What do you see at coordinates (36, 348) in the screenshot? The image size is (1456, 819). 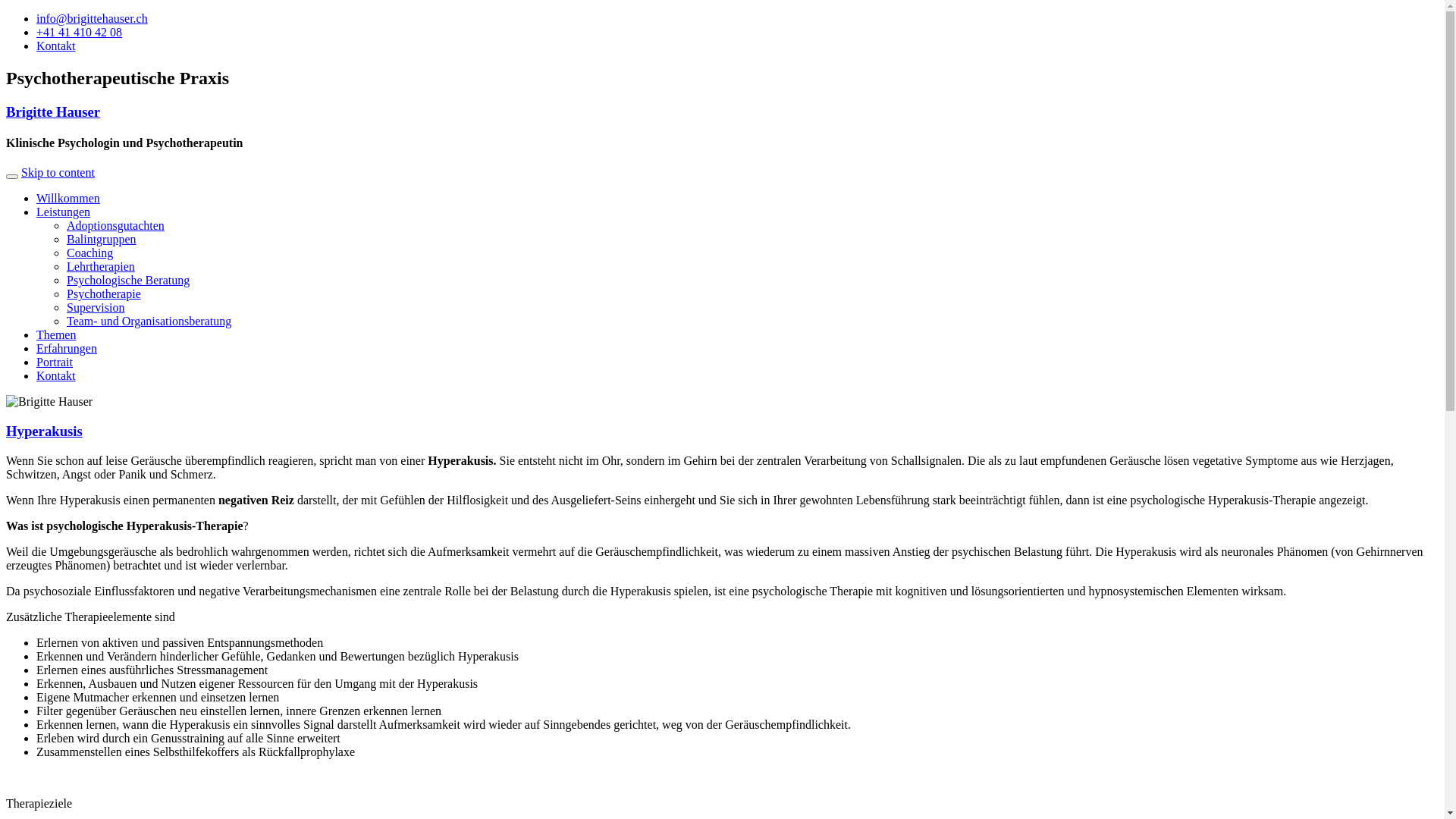 I see `'Erfahrungen'` at bounding box center [36, 348].